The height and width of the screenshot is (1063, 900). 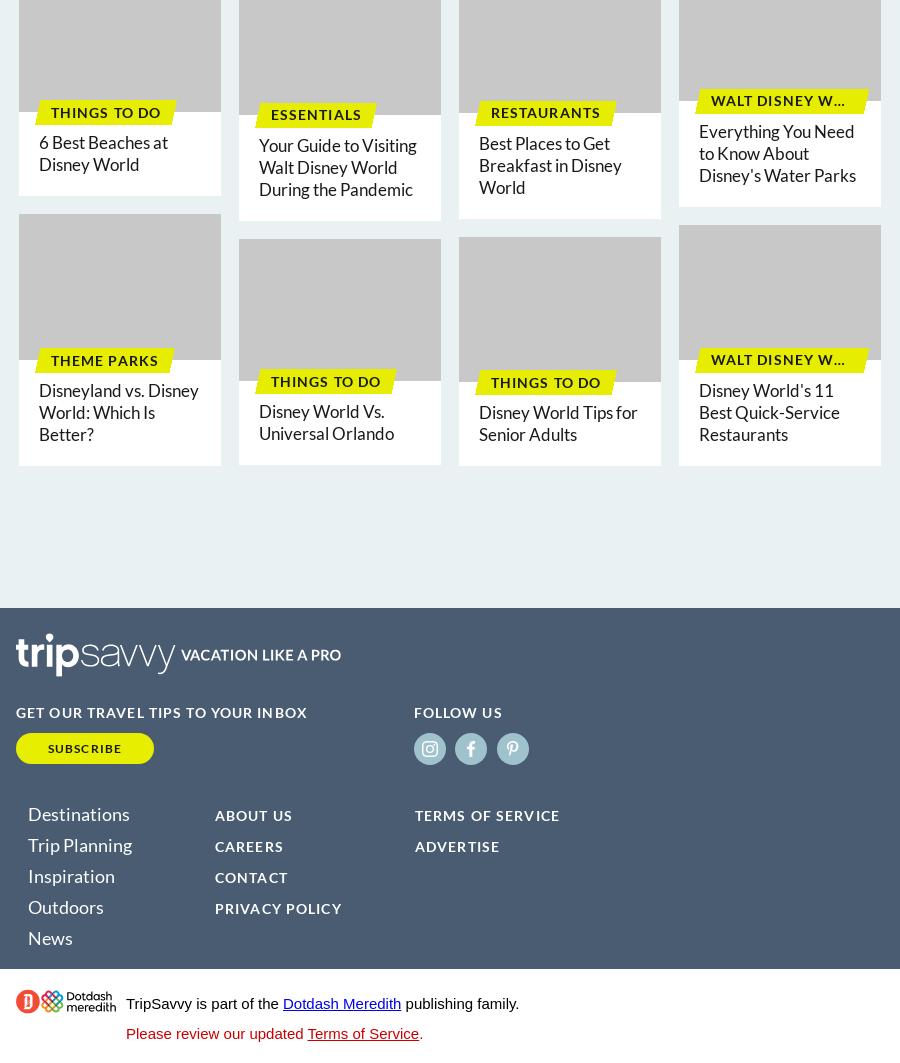 I want to click on '6 Best Beaches at Disney World', so click(x=102, y=153).